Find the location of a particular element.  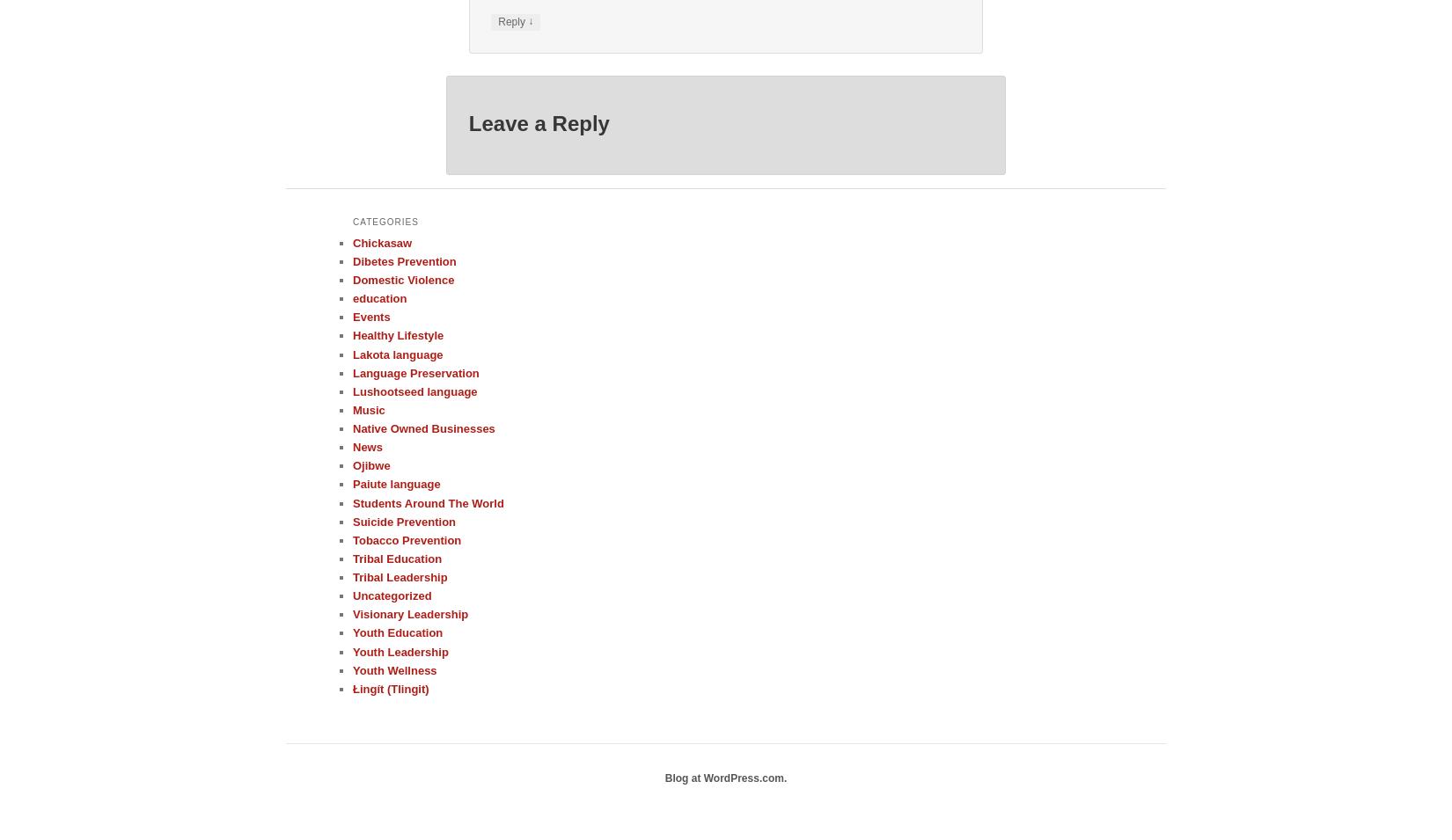

'Tribal Leadership' is located at coordinates (352, 576).